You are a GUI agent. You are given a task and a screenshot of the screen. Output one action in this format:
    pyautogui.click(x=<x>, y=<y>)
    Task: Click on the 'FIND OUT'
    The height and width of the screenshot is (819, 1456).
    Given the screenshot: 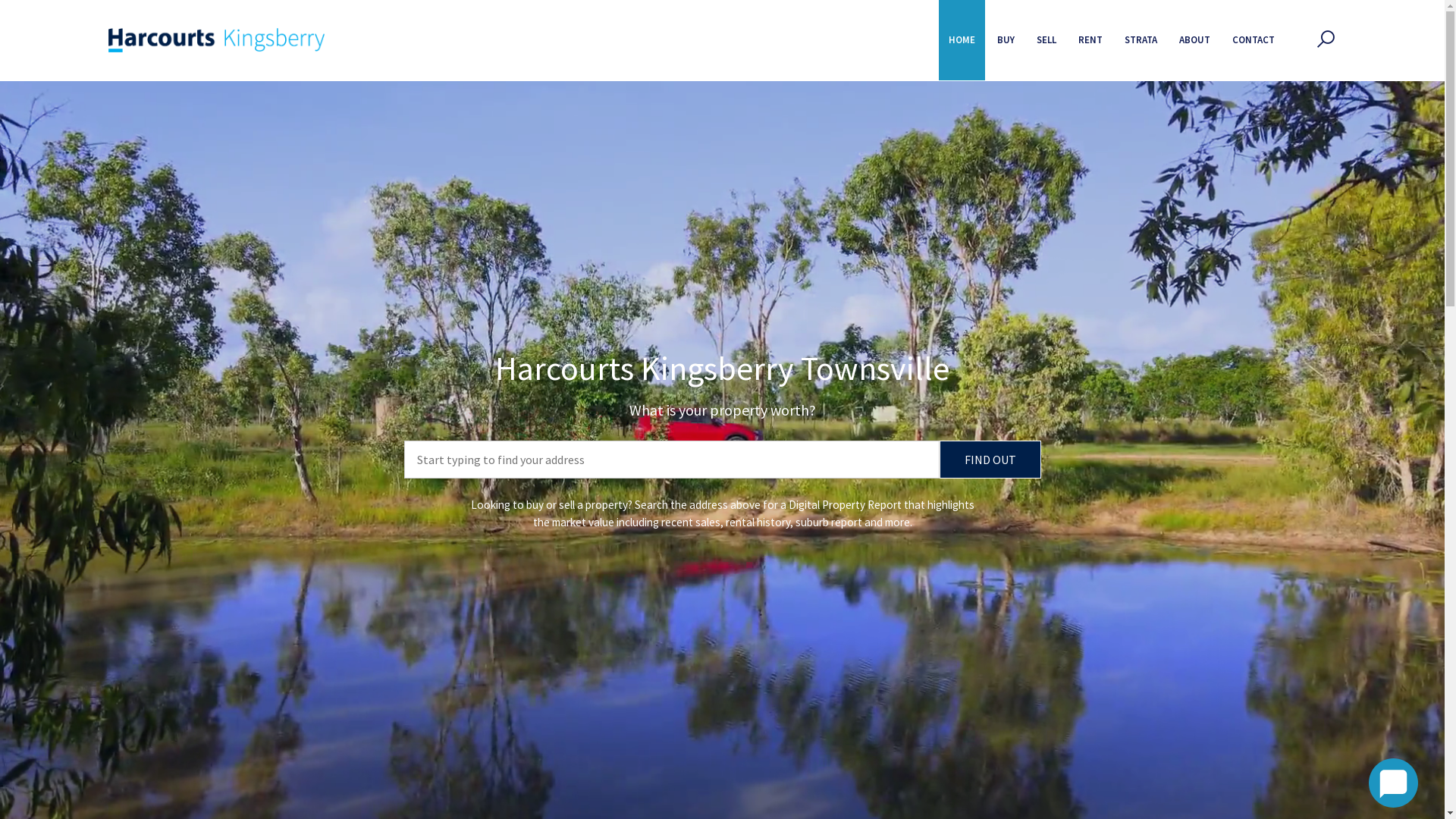 What is the action you would take?
    pyautogui.click(x=938, y=458)
    